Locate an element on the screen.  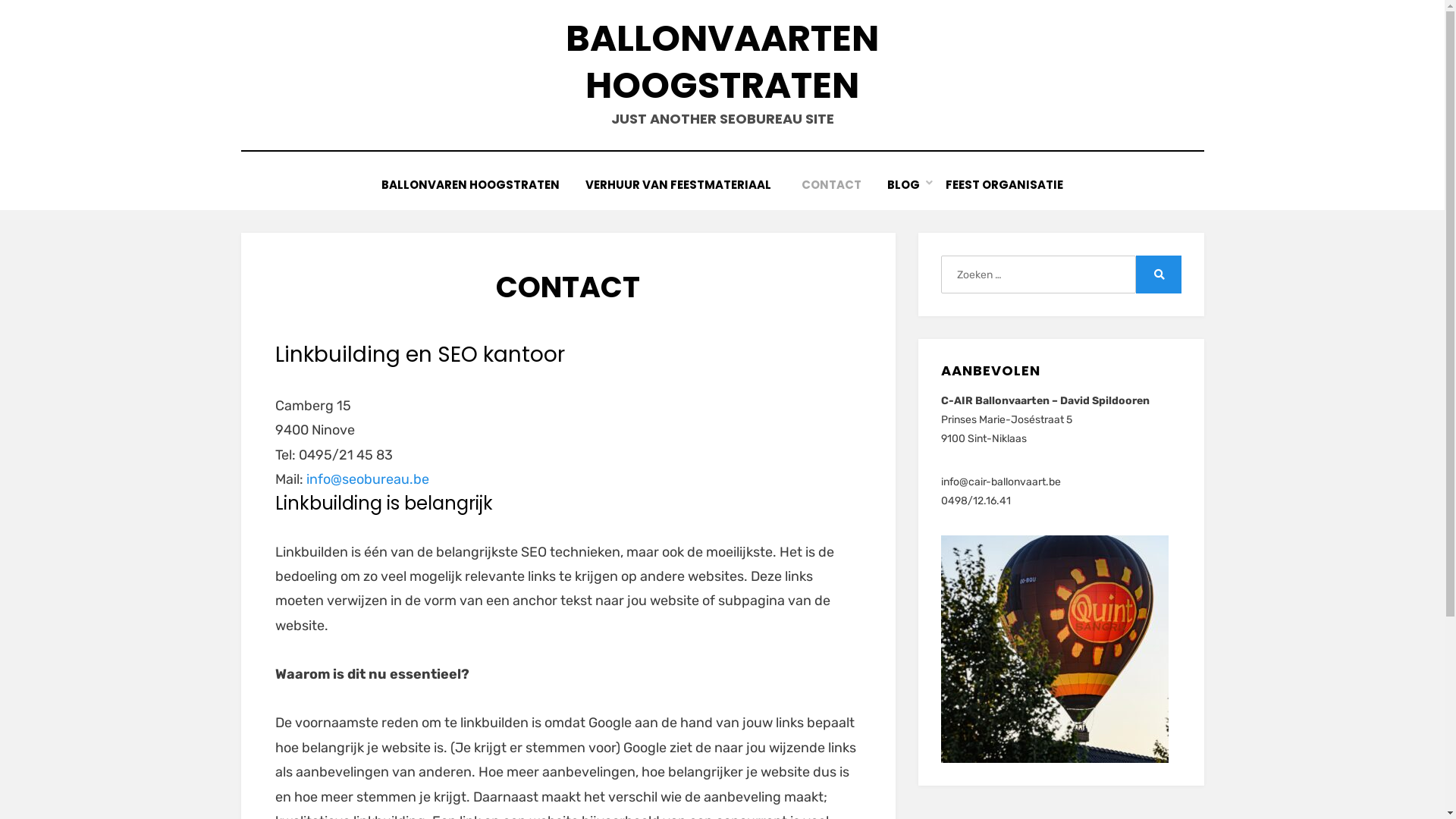
'info@cair-ballonvaart.be' is located at coordinates (1001, 482).